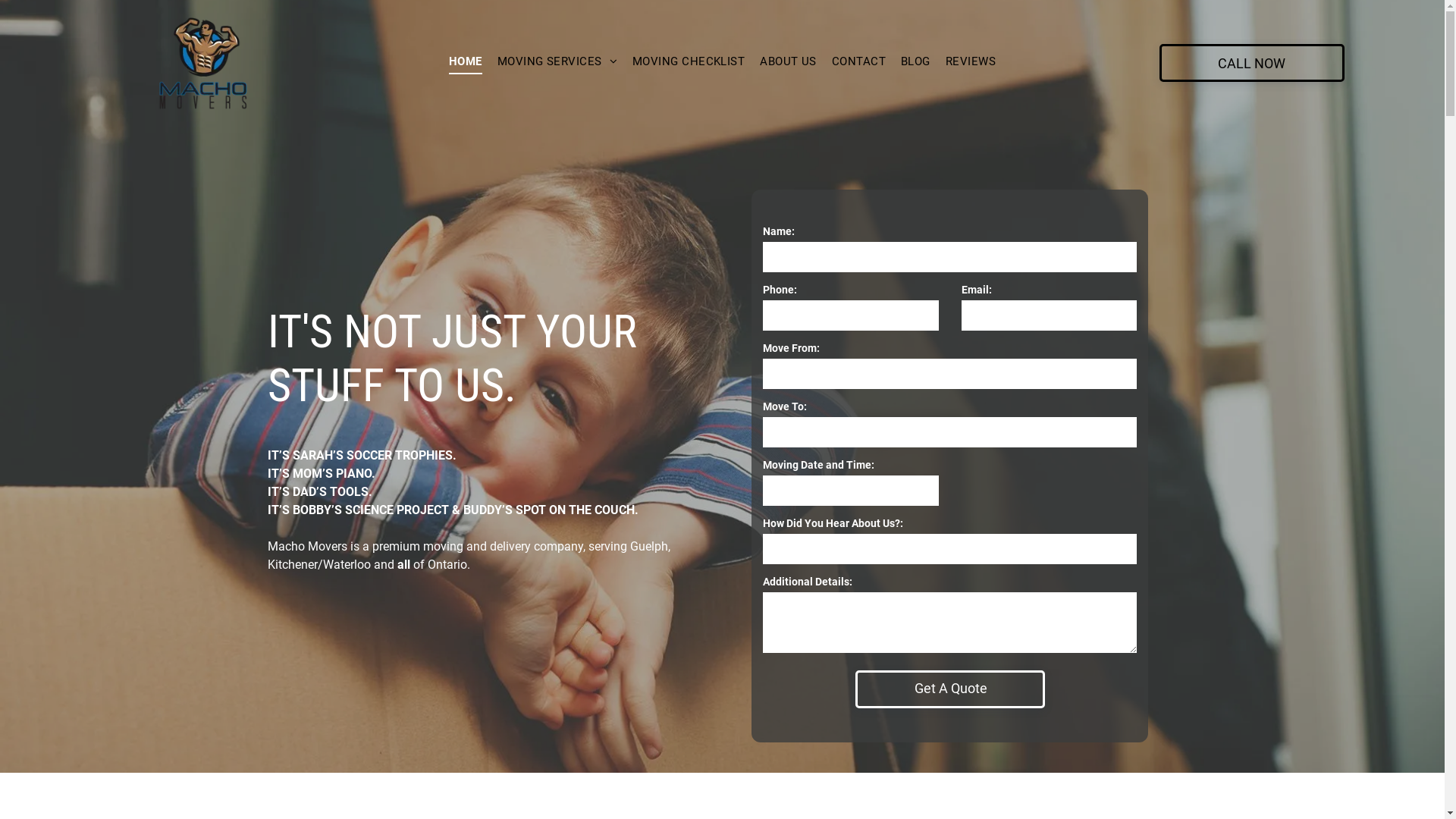 This screenshot has width=1456, height=819. I want to click on 'BLOG', so click(915, 61).